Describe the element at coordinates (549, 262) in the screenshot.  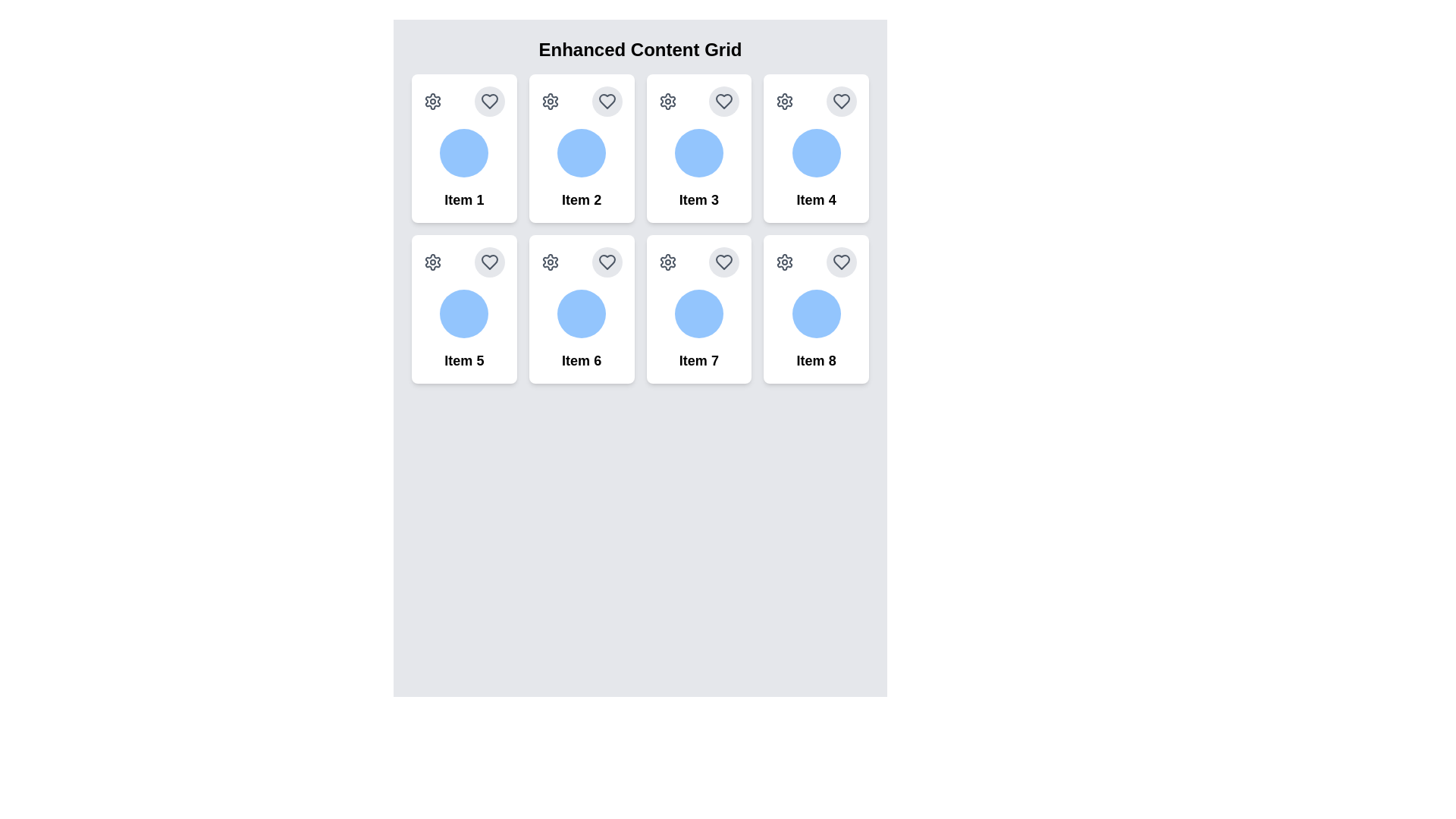
I see `the settings icon located in the top-left corner of the card labeled 'Item 6'` at that location.